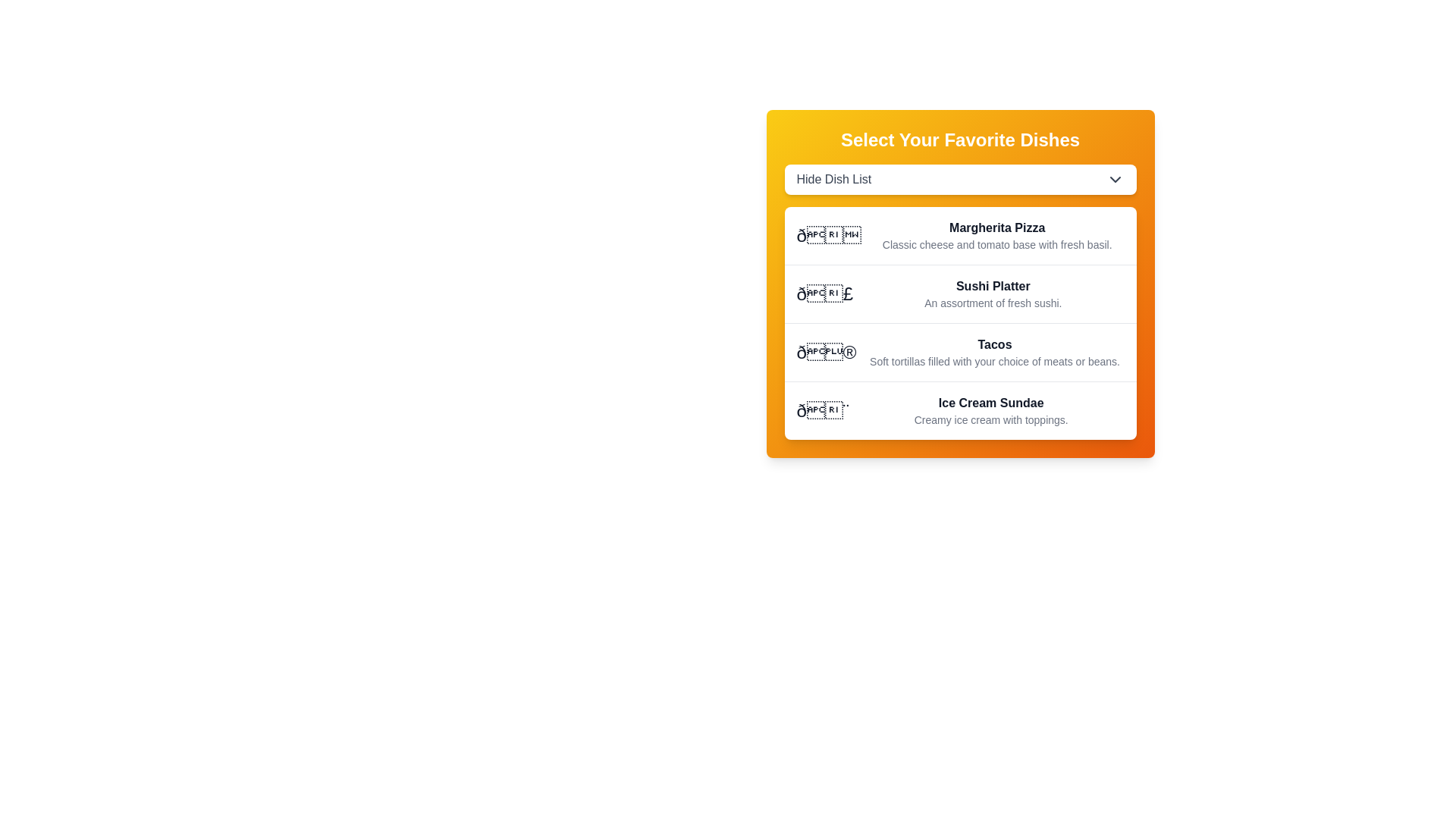 The width and height of the screenshot is (1456, 819). Describe the element at coordinates (991, 411) in the screenshot. I see `the informative text group titled 'Ice Cream Sundae'` at that location.